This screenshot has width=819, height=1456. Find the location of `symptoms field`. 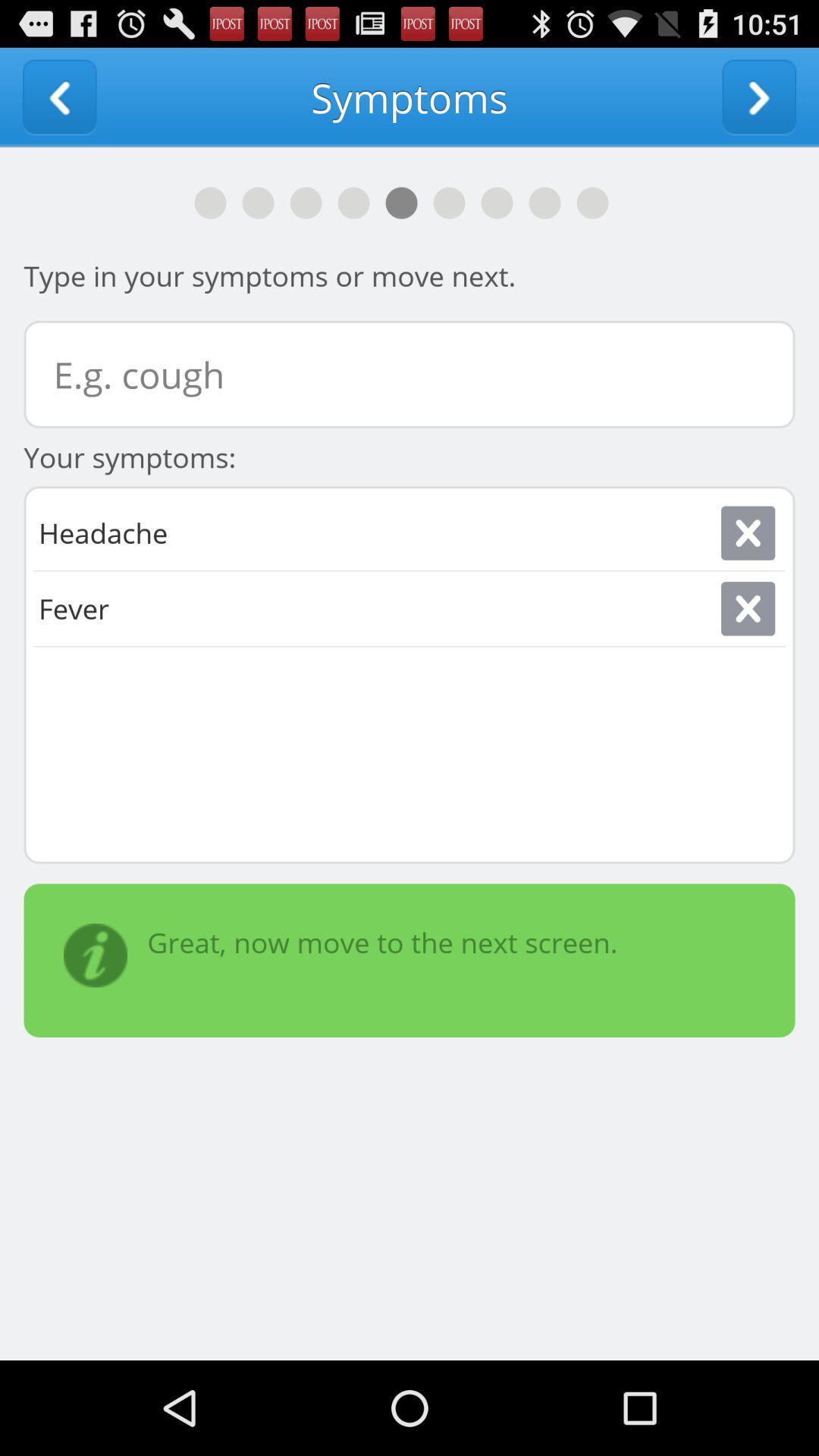

symptoms field is located at coordinates (409, 374).